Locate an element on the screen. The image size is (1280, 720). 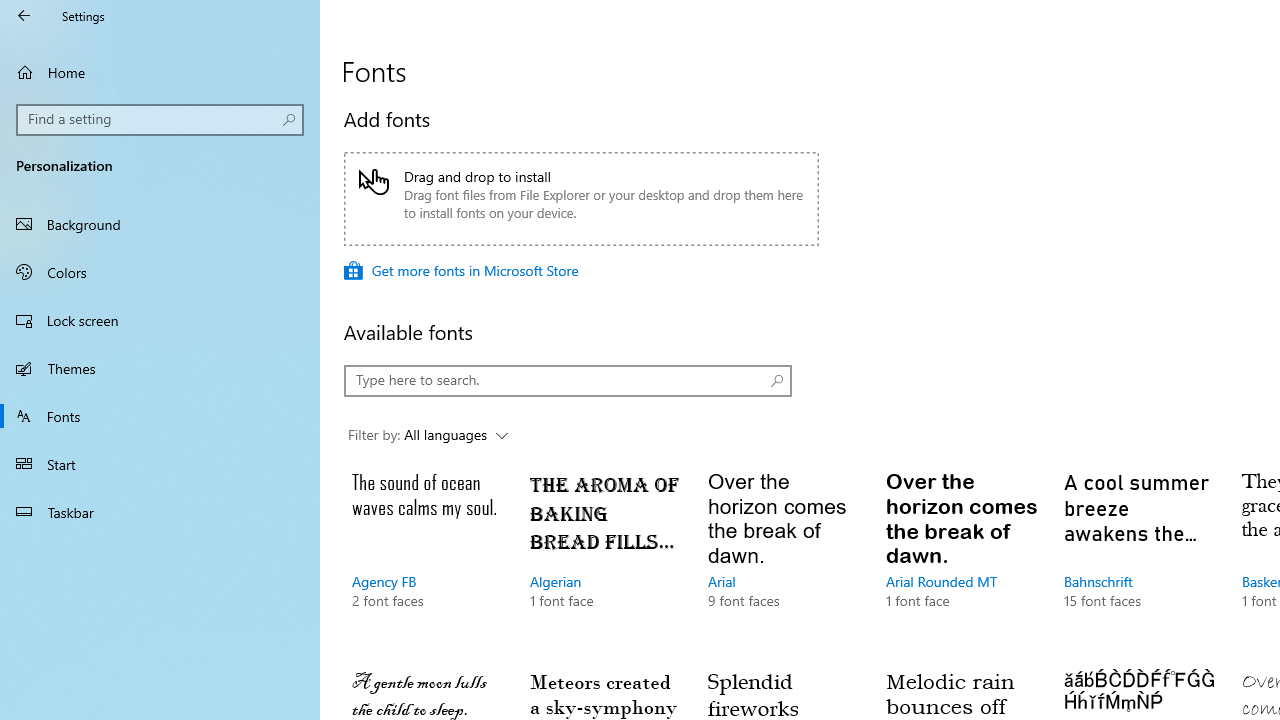
'Search box, Find a setting' is located at coordinates (160, 119).